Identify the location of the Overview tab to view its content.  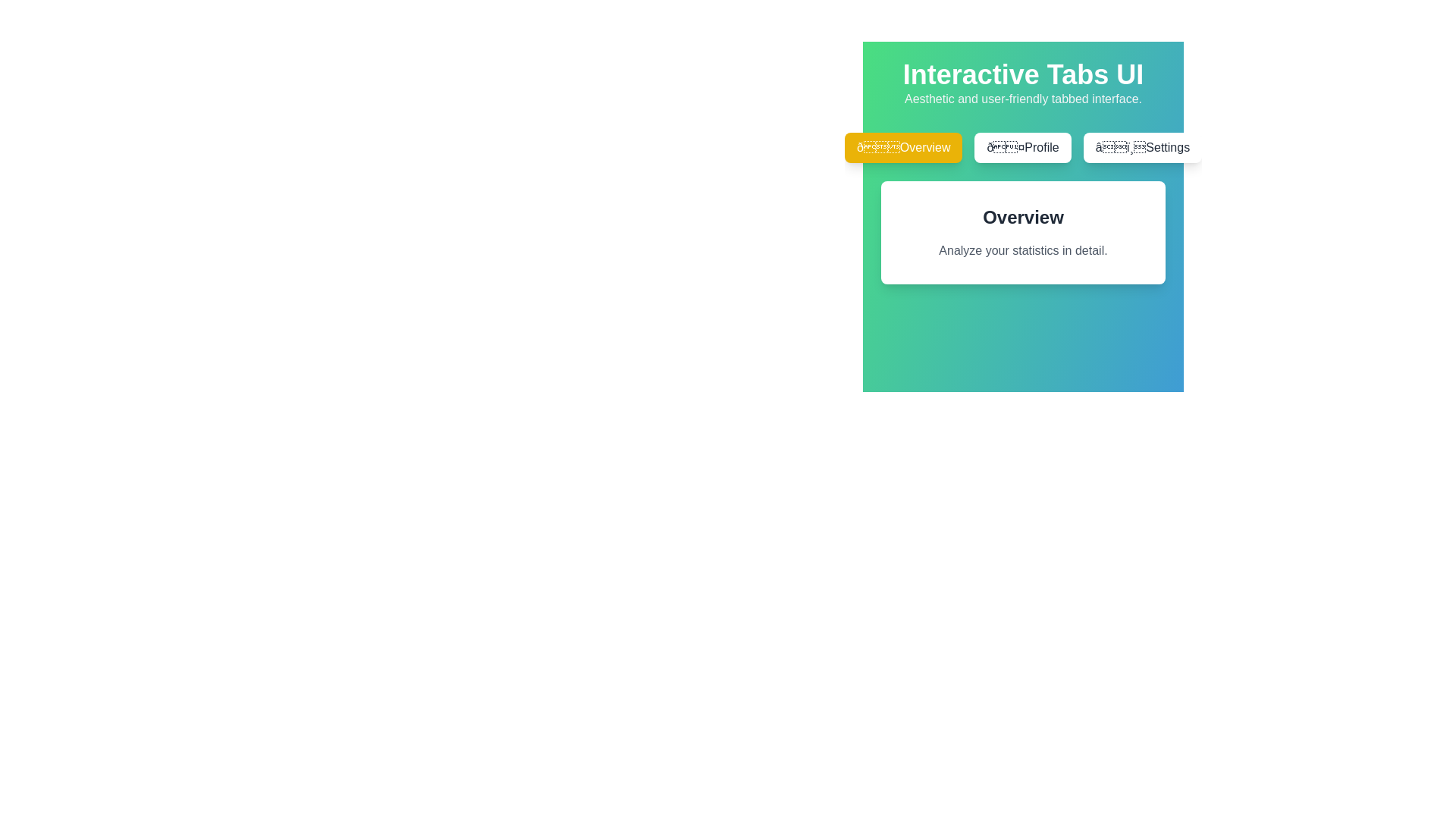
(903, 148).